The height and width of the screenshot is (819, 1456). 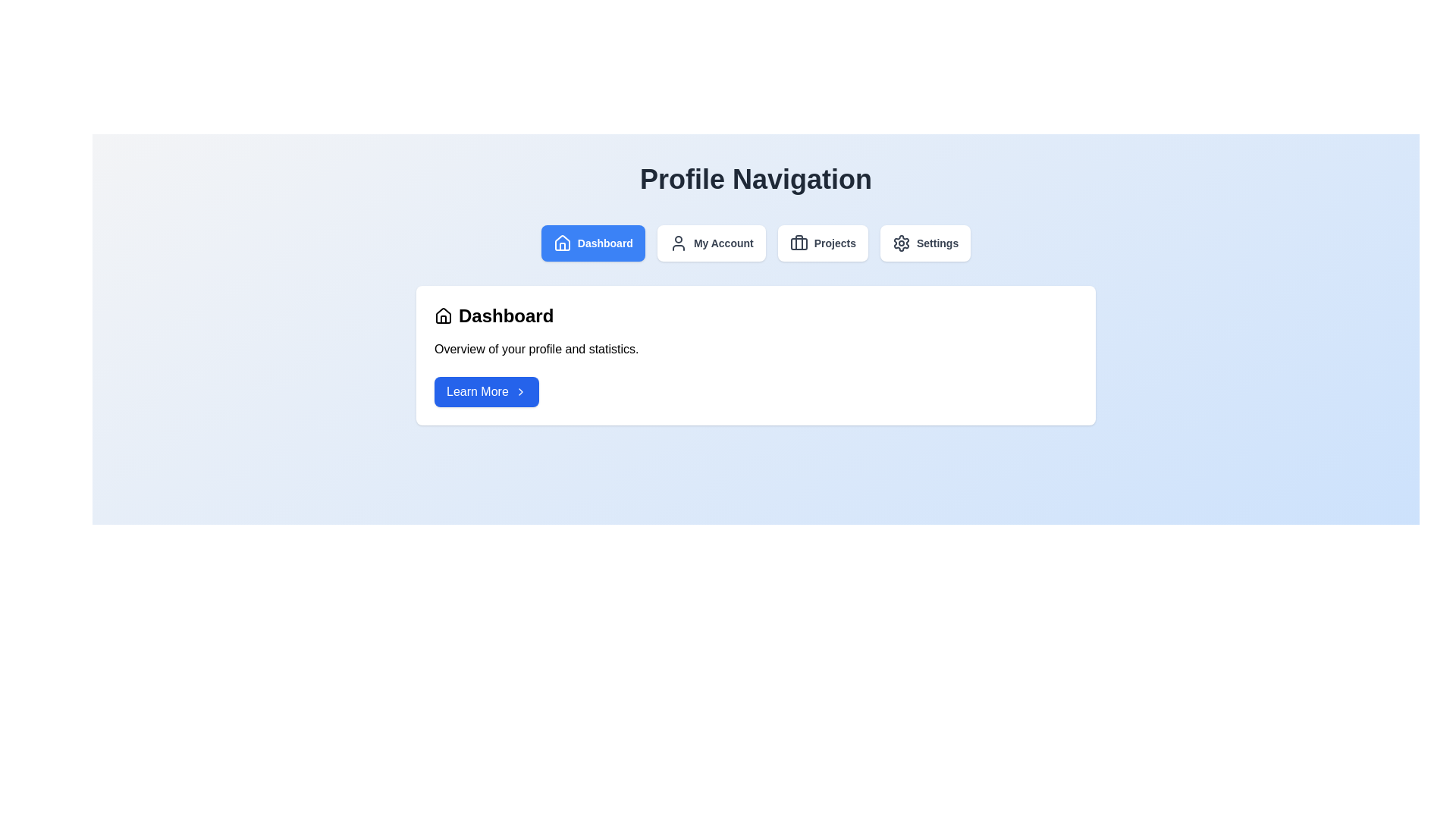 What do you see at coordinates (506, 315) in the screenshot?
I see `the bold 'Dashboard' heading text, which is located in the upper section of a white card layout, adjacent to a house-shaped icon` at bounding box center [506, 315].